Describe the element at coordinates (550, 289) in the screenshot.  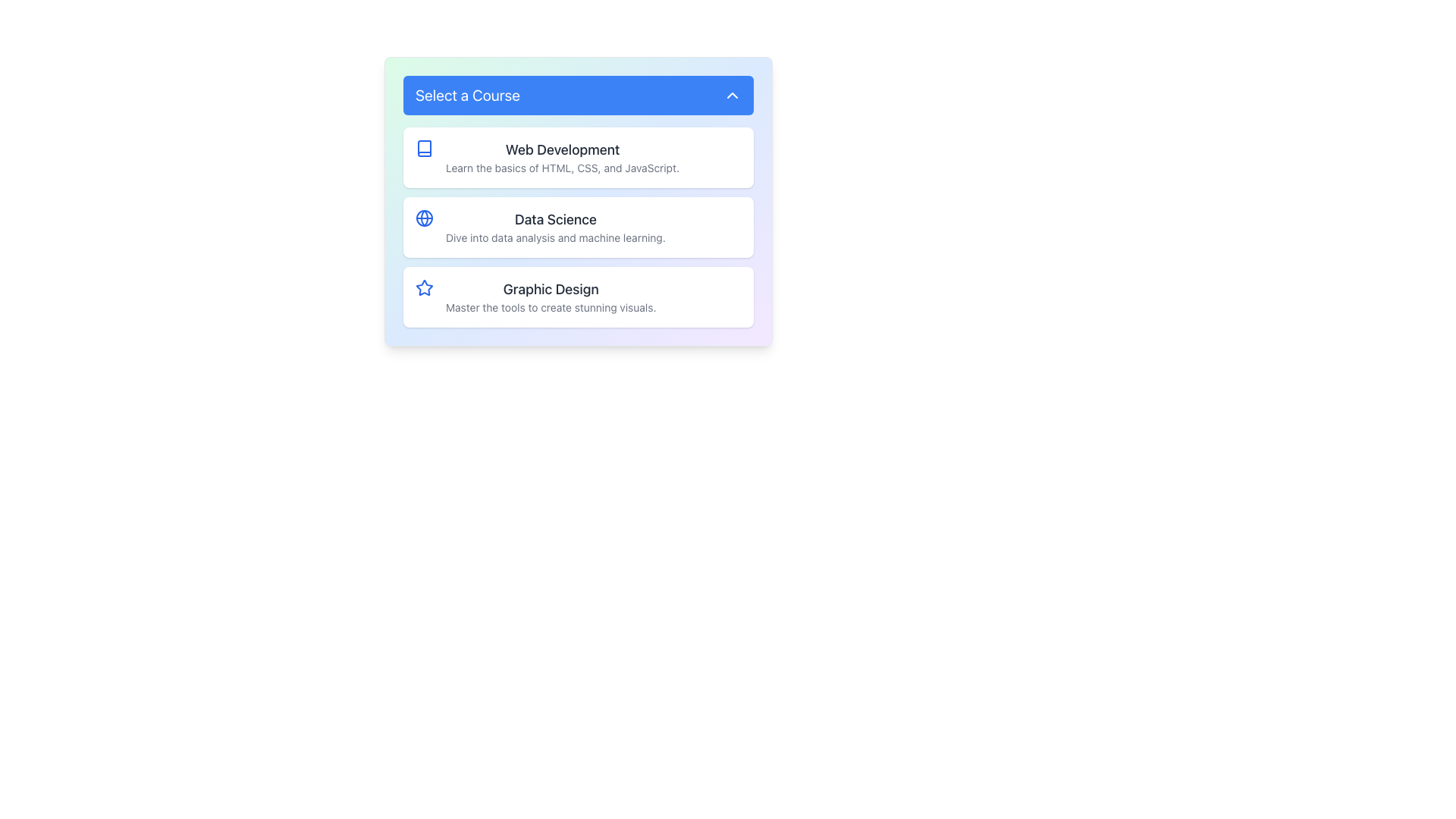
I see `text 'Graphic Design' from the course selection context, which is displayed in a medium-sized, bold, grayish-black font, located at the top of the third course card in the 'Select a Course' section` at that location.